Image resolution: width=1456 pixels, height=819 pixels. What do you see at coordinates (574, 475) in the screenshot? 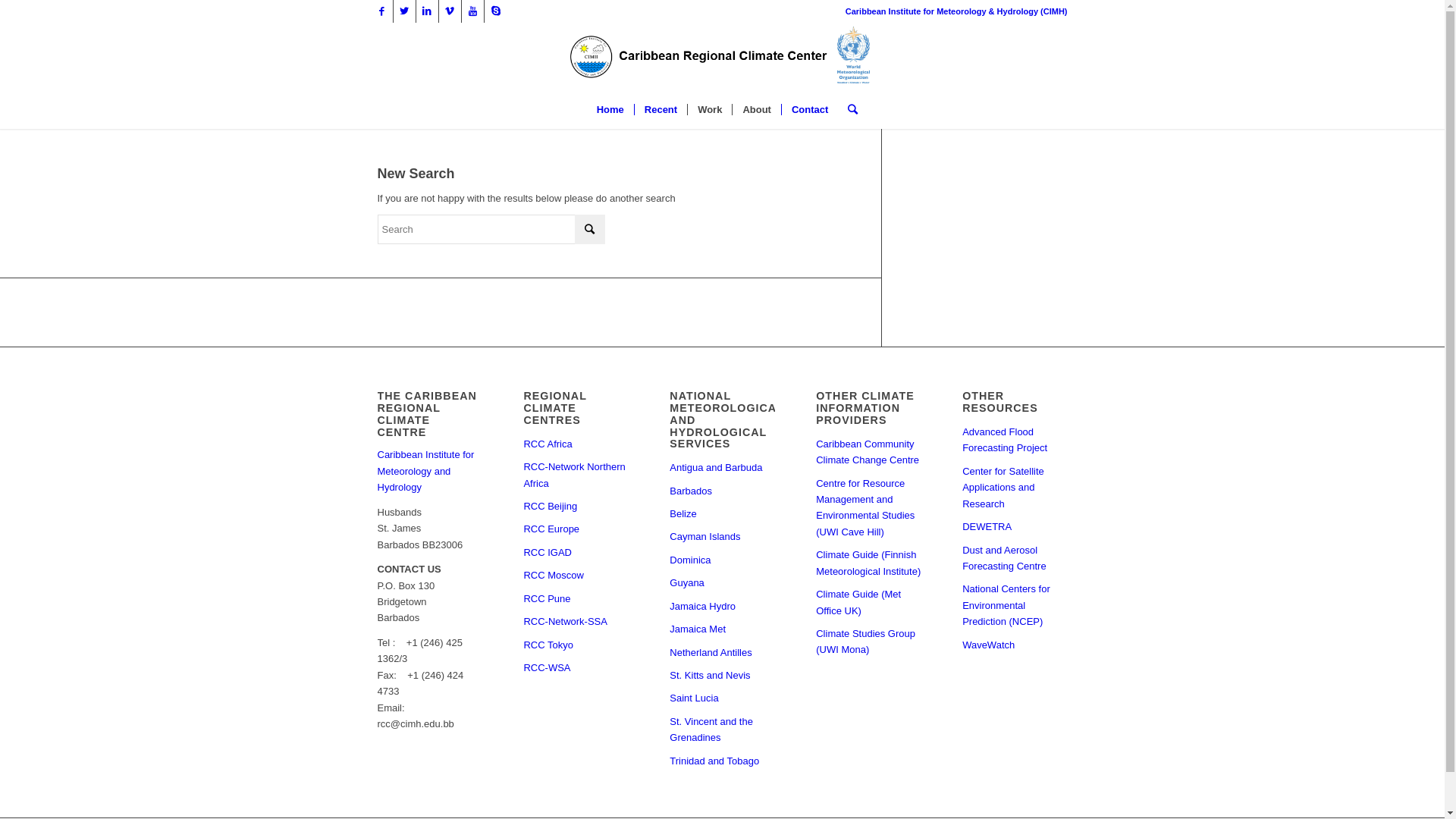
I see `'RCC-Network Northern Africa'` at bounding box center [574, 475].